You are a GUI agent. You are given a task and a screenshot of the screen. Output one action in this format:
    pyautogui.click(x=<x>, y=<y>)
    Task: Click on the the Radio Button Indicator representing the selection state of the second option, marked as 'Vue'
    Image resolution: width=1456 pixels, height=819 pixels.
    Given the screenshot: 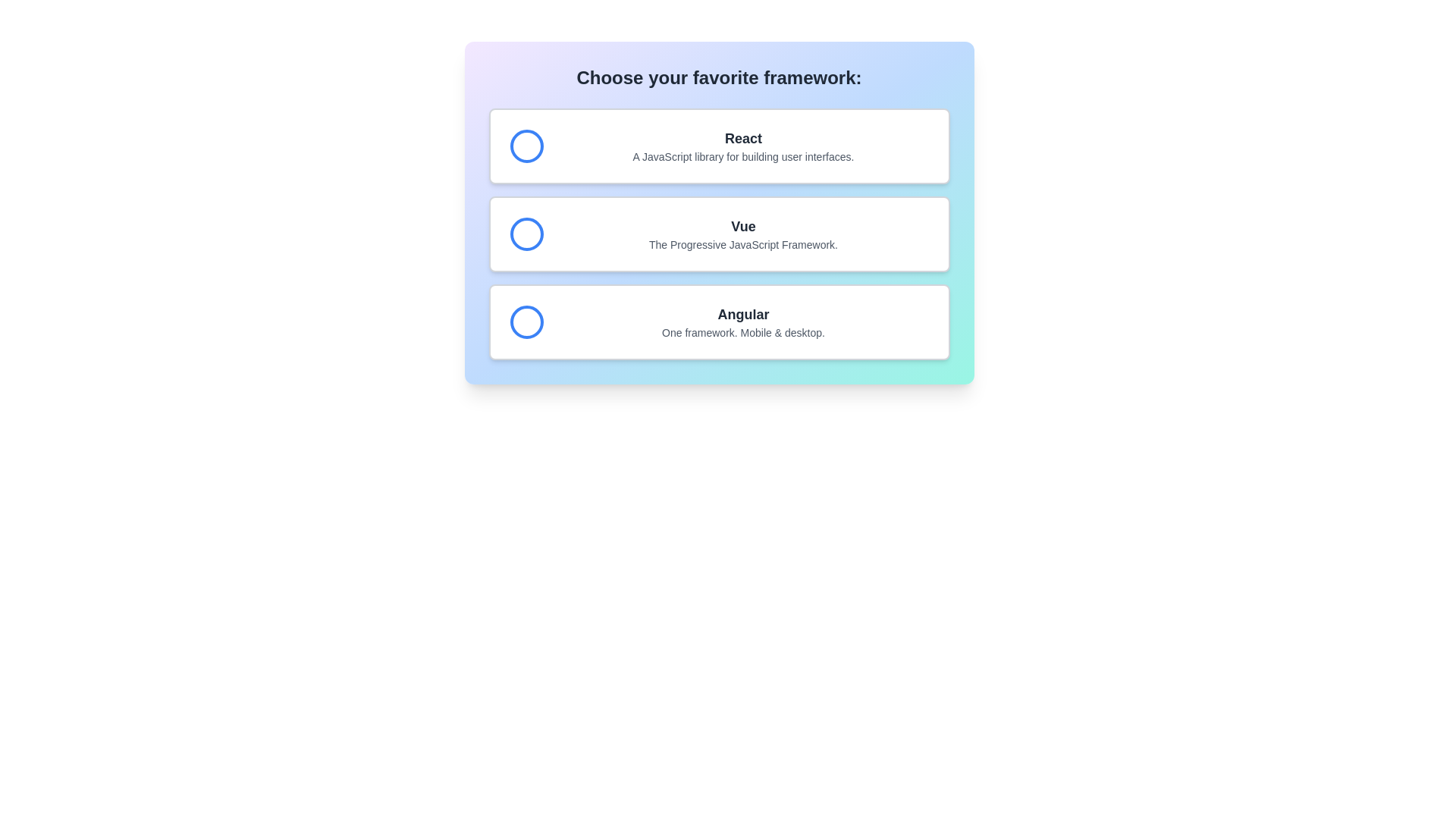 What is the action you would take?
    pyautogui.click(x=526, y=234)
    